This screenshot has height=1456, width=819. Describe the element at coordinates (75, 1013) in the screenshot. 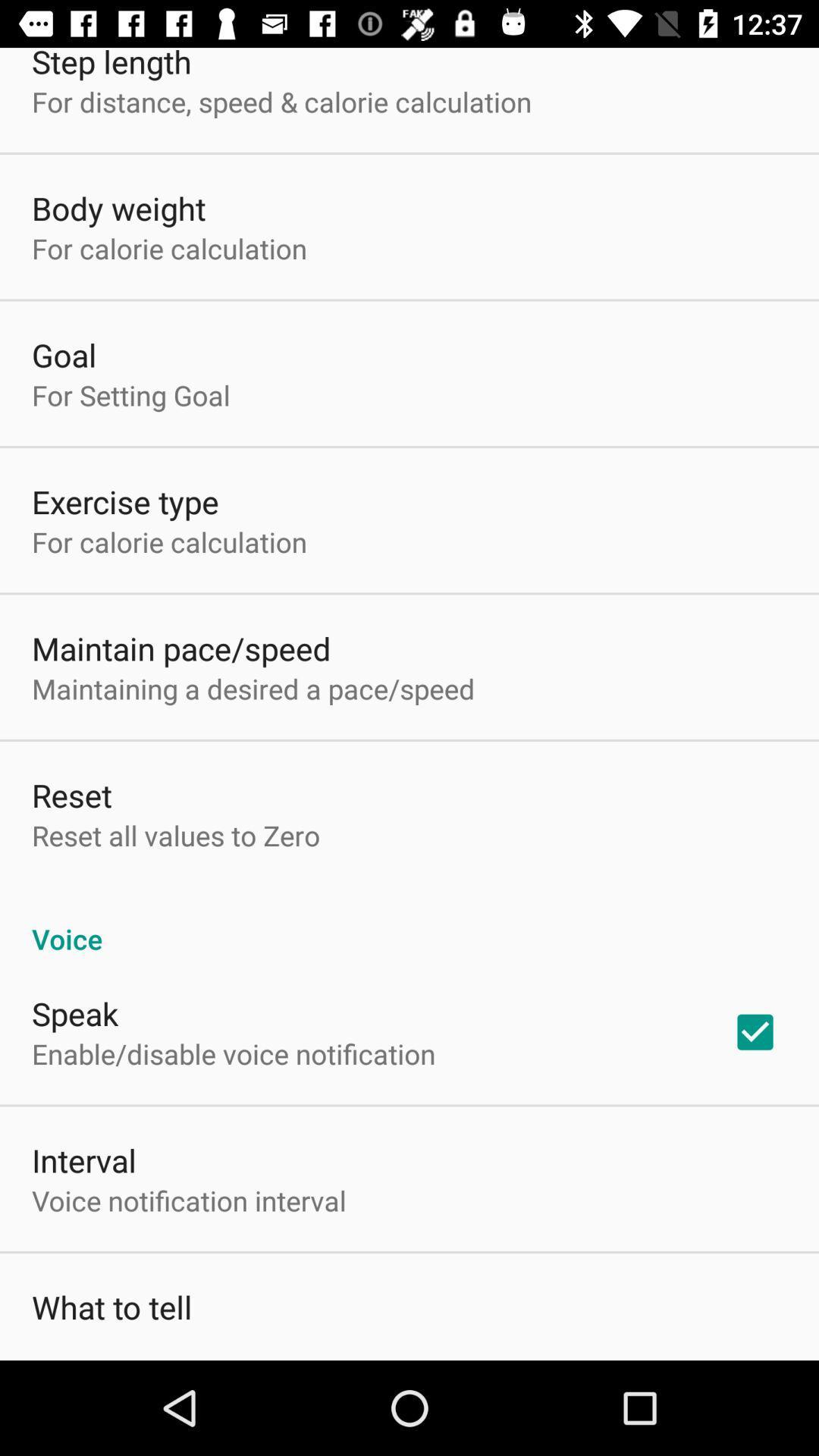

I see `item above the enable disable voice app` at that location.